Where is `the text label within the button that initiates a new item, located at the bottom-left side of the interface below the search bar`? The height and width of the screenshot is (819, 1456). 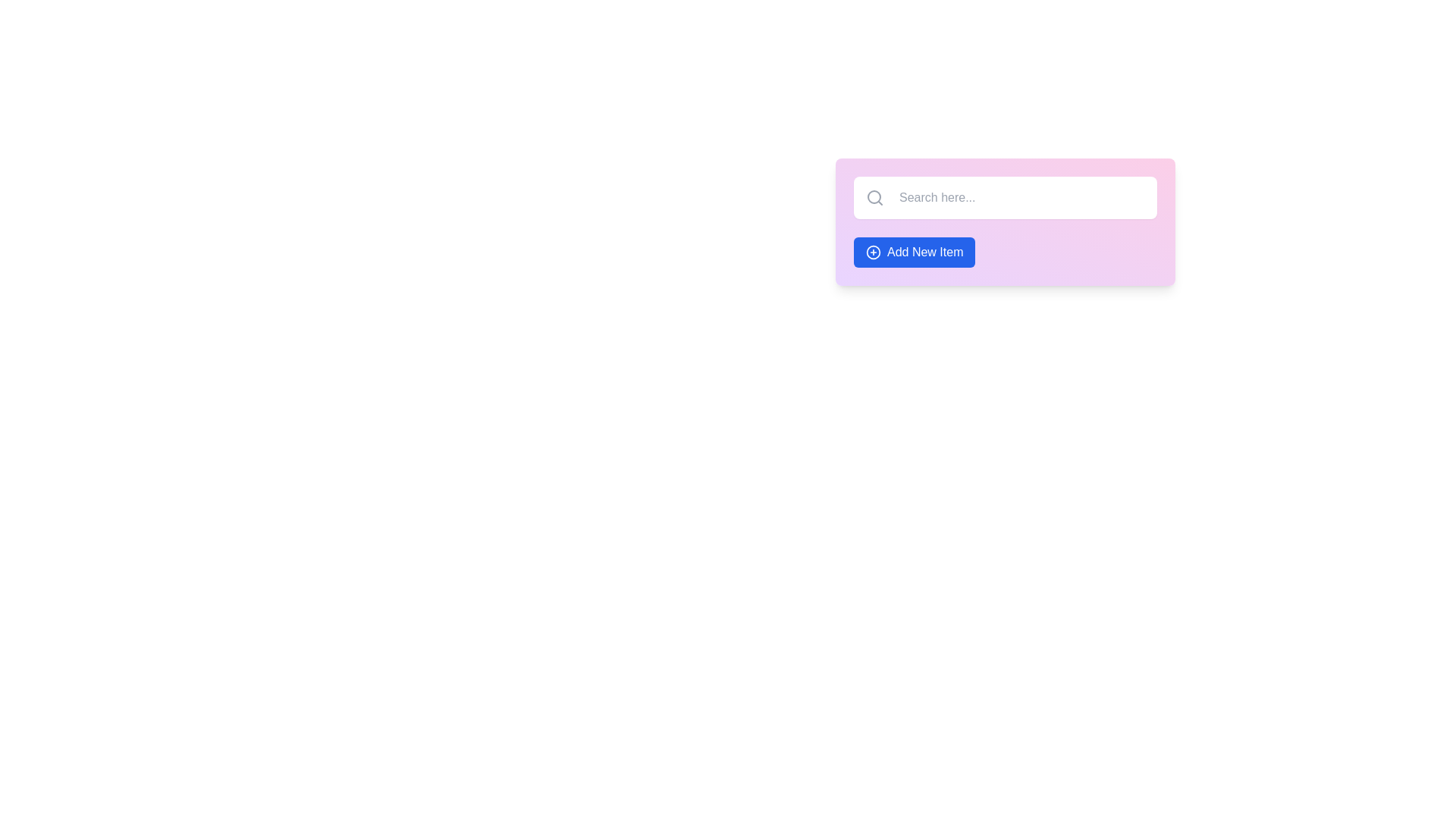
the text label within the button that initiates a new item, located at the bottom-left side of the interface below the search bar is located at coordinates (924, 251).